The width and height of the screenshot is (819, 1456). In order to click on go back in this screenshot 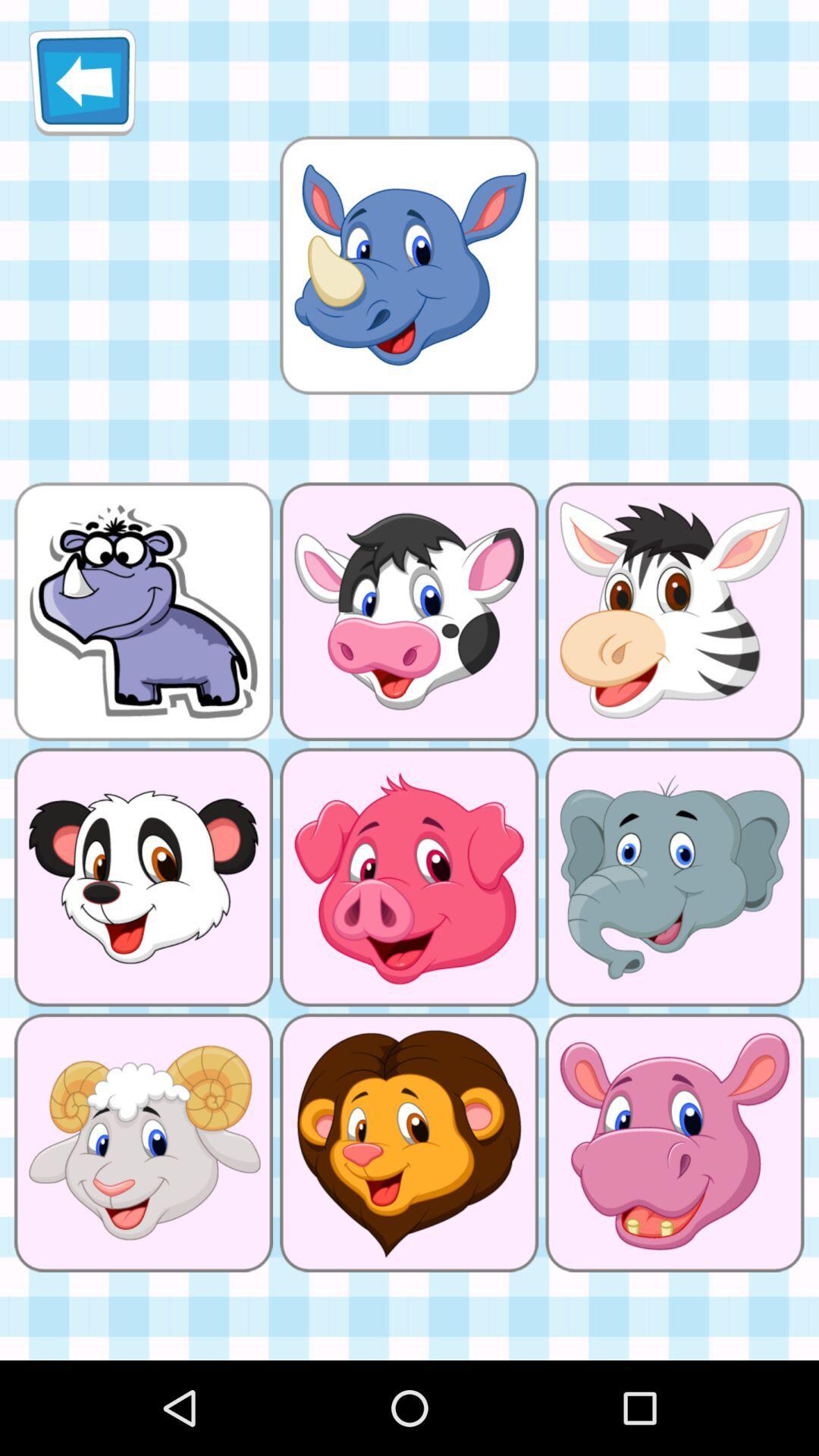, I will do `click(82, 81)`.